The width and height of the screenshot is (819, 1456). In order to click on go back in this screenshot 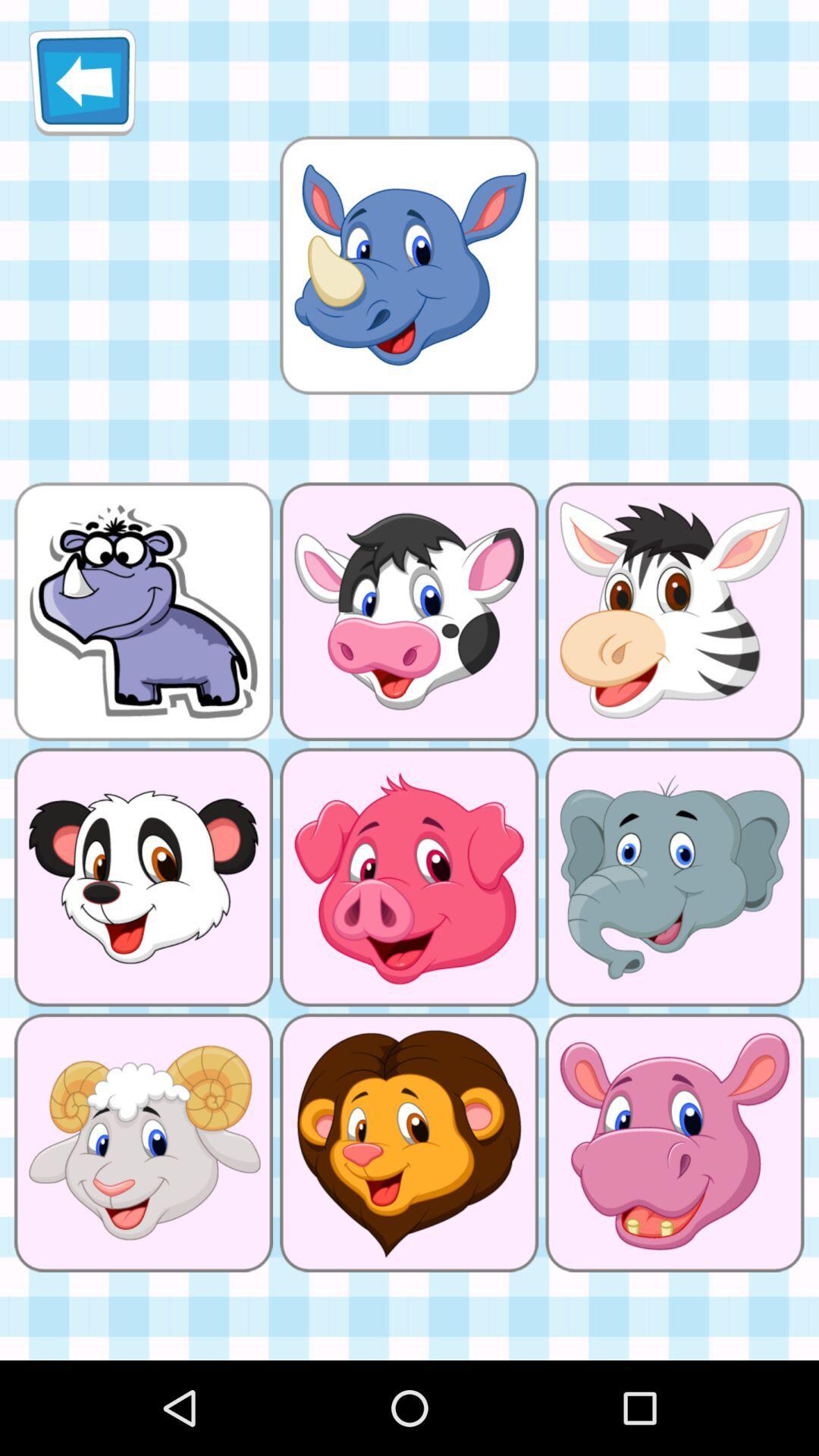, I will do `click(82, 81)`.